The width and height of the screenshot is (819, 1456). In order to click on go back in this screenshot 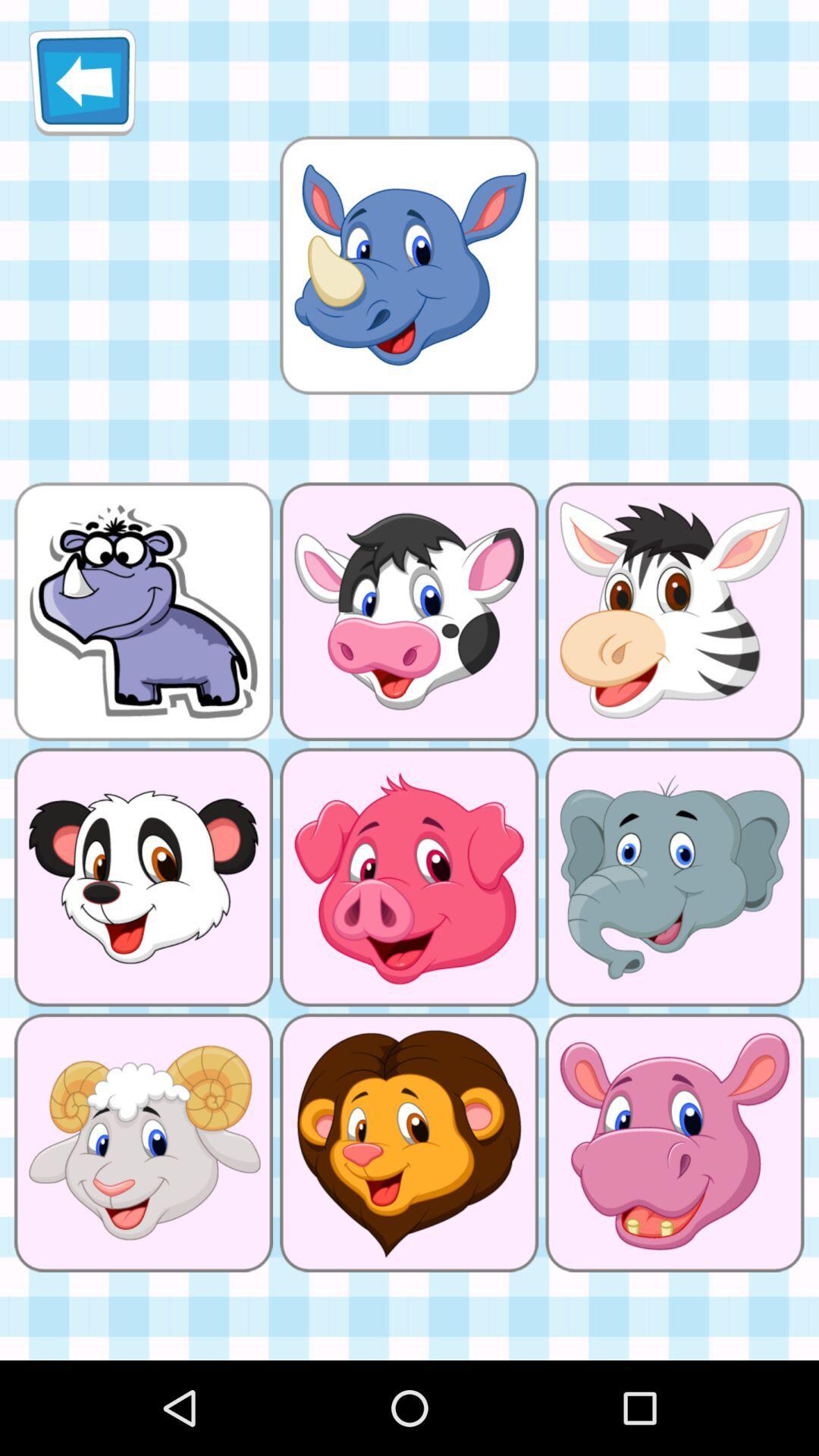, I will do `click(82, 81)`.